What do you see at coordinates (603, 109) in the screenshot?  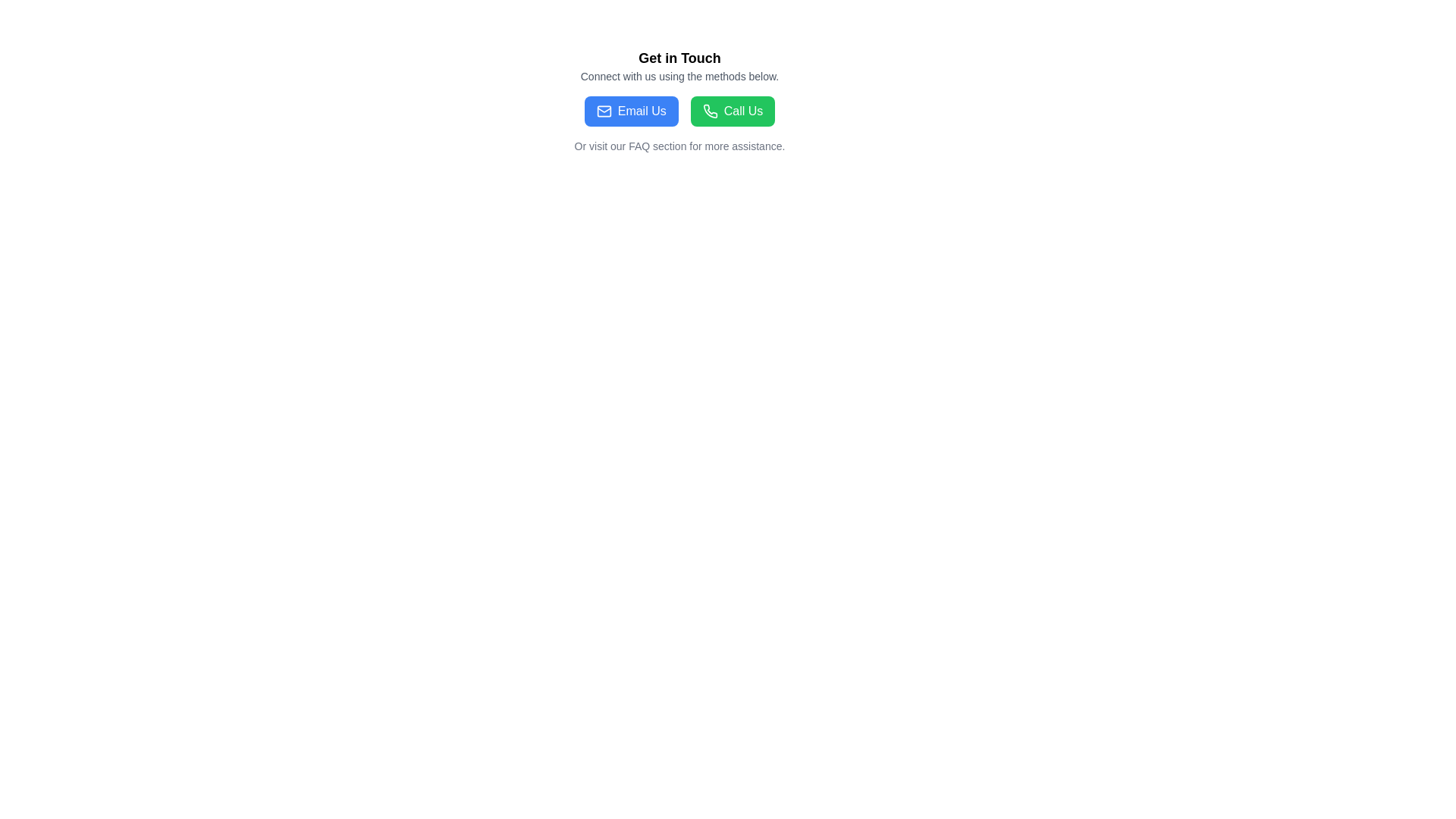 I see `the envelope flap icon, which is part of the outlined envelope icon located to the left of the 'Email Us' button` at bounding box center [603, 109].